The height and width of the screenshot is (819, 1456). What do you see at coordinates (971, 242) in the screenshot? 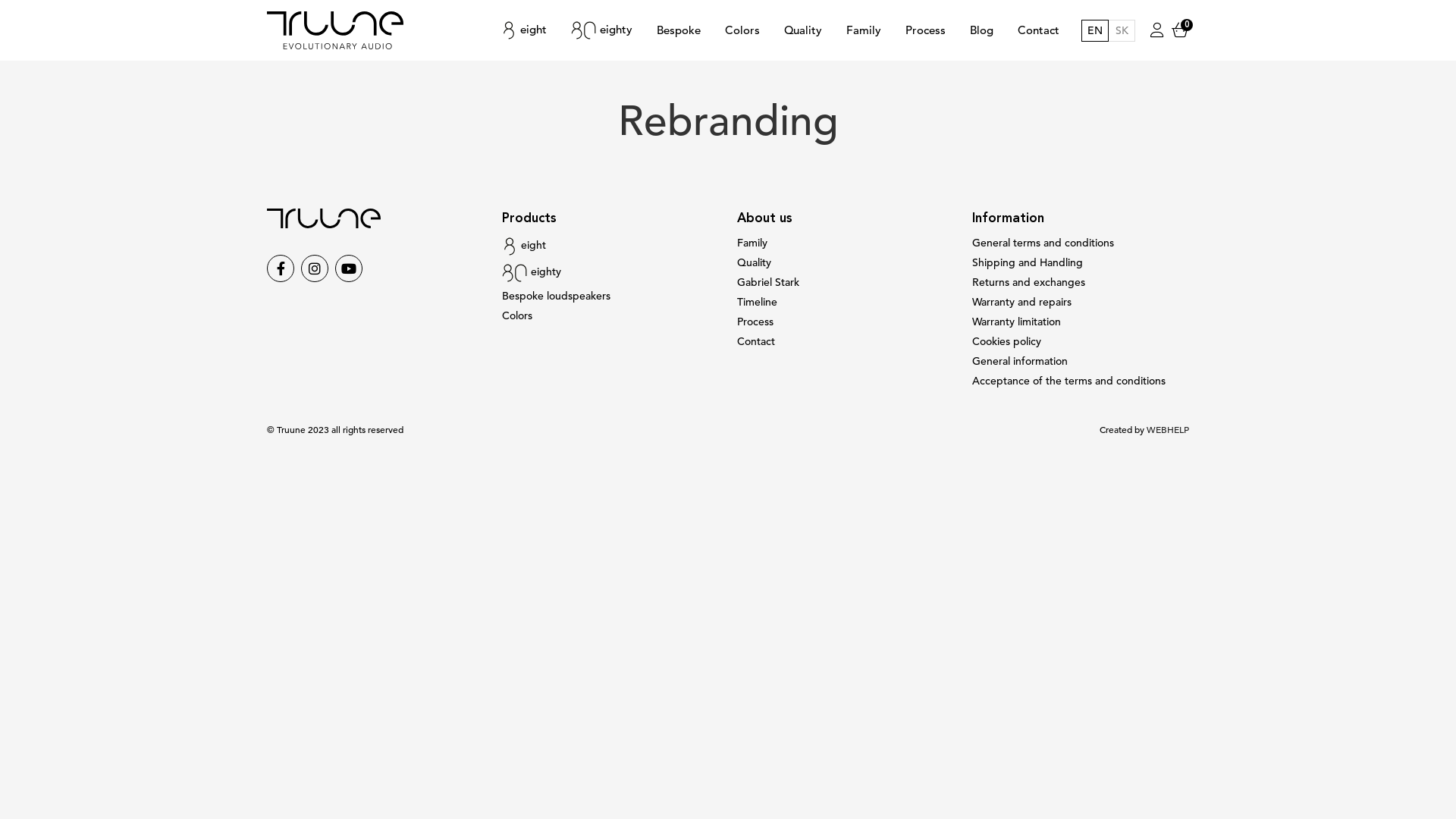
I see `'General terms and conditions'` at bounding box center [971, 242].